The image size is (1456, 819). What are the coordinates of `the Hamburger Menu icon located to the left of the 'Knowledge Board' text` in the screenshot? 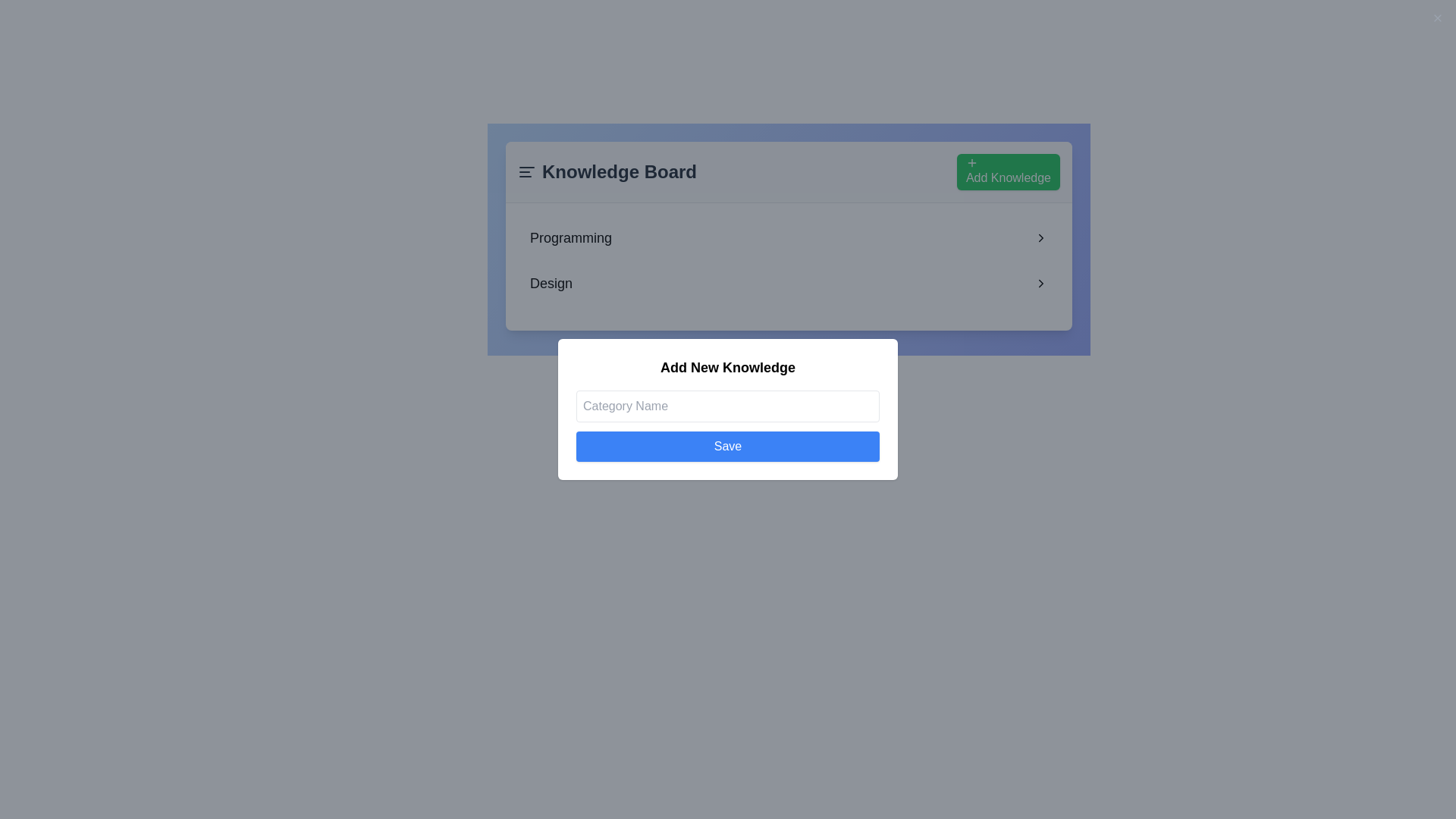 It's located at (527, 171).